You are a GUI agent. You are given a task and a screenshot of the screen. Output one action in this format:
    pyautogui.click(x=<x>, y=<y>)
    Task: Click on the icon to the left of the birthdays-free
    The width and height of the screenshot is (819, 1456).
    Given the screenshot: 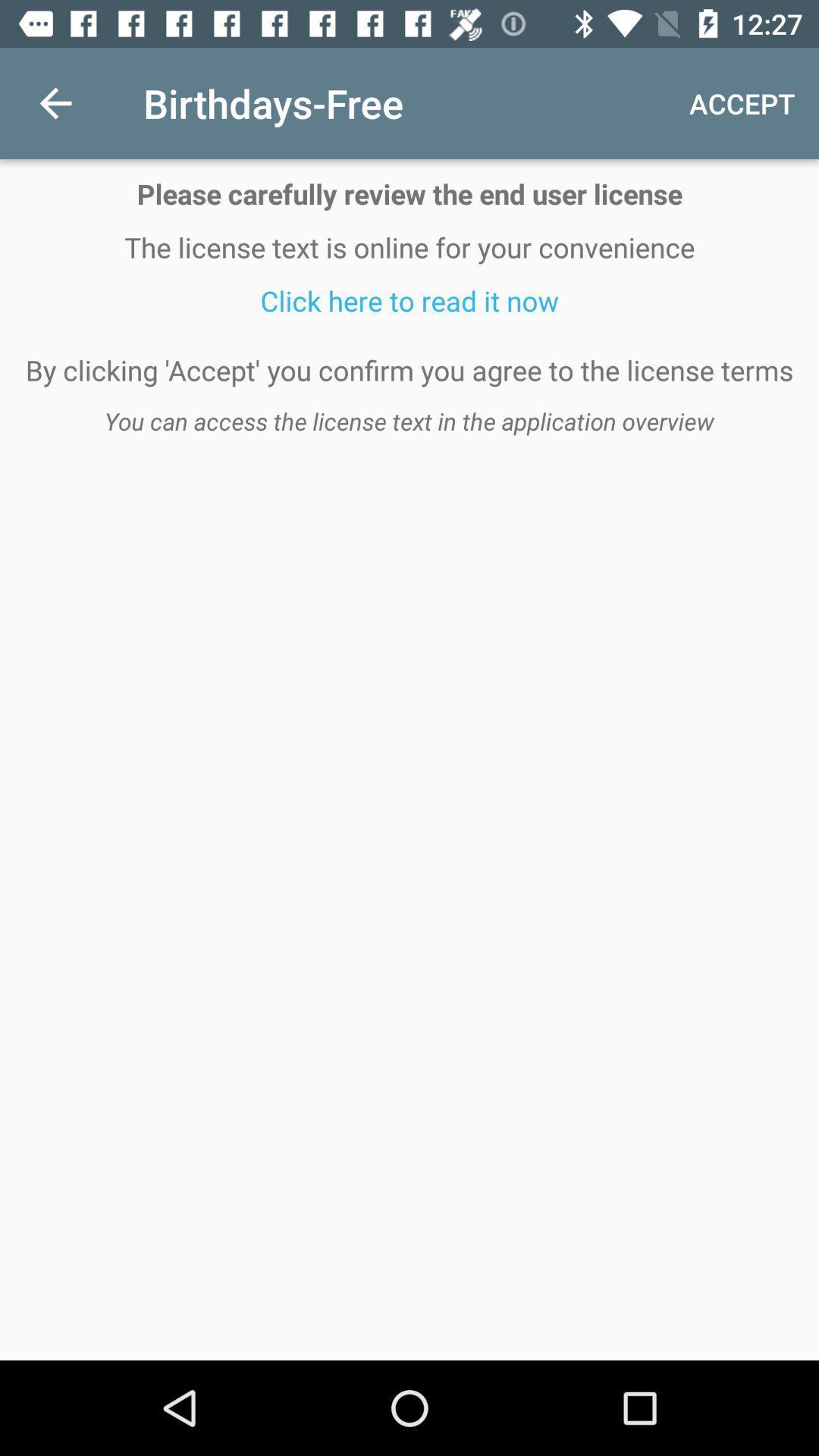 What is the action you would take?
    pyautogui.click(x=55, y=102)
    